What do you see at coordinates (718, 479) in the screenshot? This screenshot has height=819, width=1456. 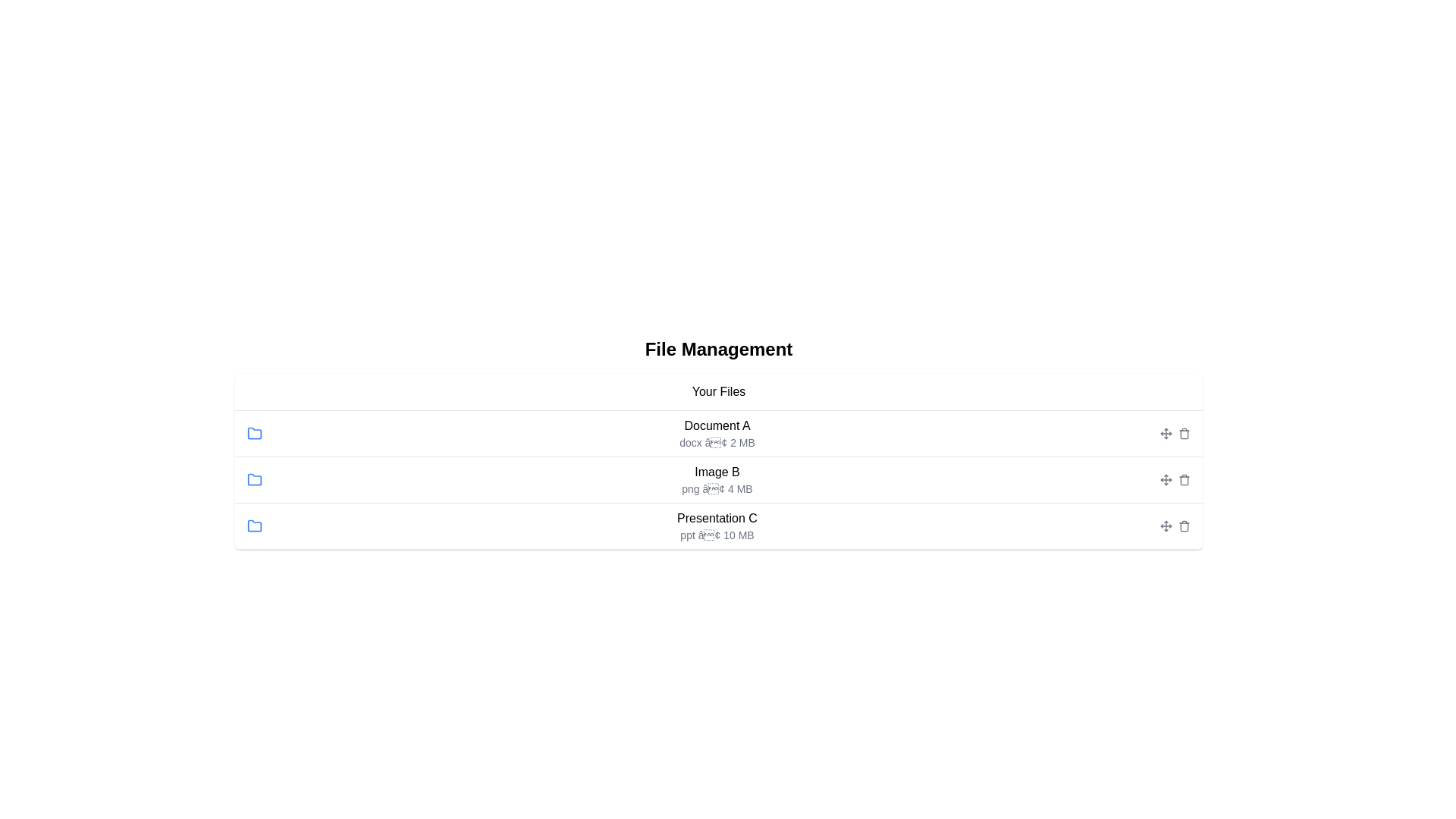 I see `the list item labeled 'Image B' which contains details 'png' and '4 MB' in the 'Your Files' section` at bounding box center [718, 479].